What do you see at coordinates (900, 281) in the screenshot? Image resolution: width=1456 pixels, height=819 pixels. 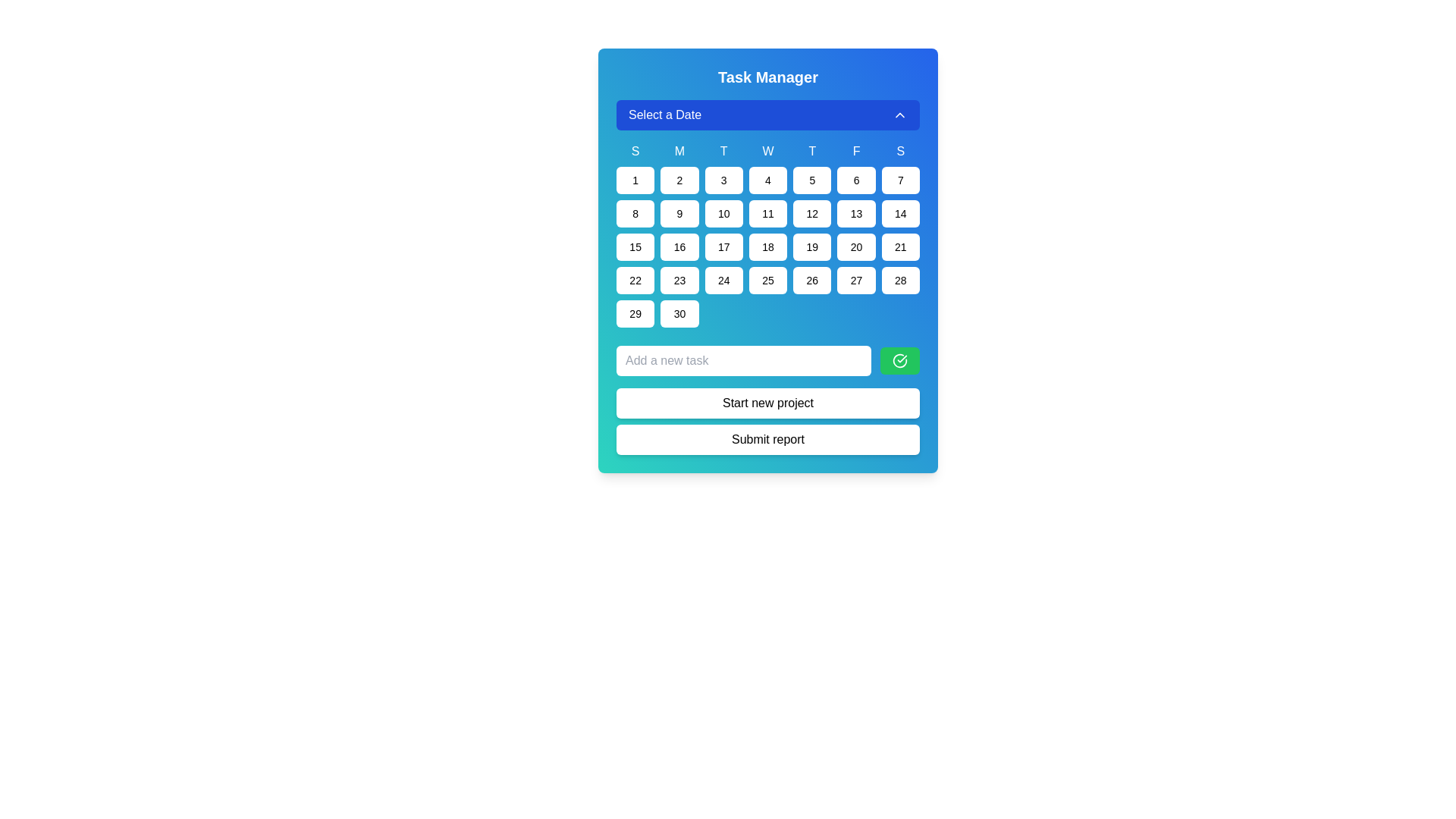 I see `the selectable date button in the calendar interface, which is the seventh element in the fourth row, to change its background color` at bounding box center [900, 281].